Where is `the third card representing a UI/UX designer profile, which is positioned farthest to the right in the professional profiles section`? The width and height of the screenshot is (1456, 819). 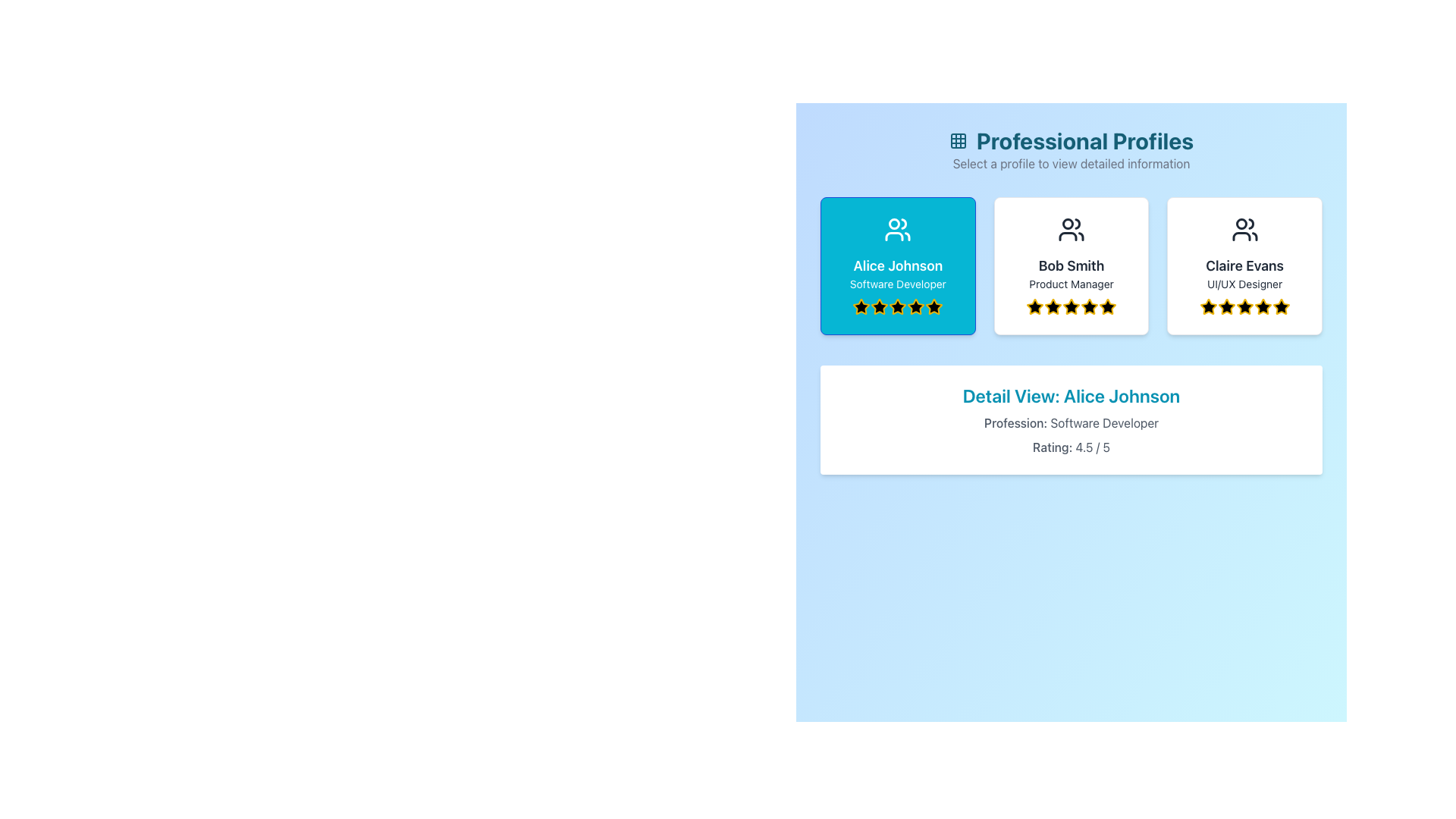
the third card representing a UI/UX designer profile, which is positioned farthest to the right in the professional profiles section is located at coordinates (1244, 265).